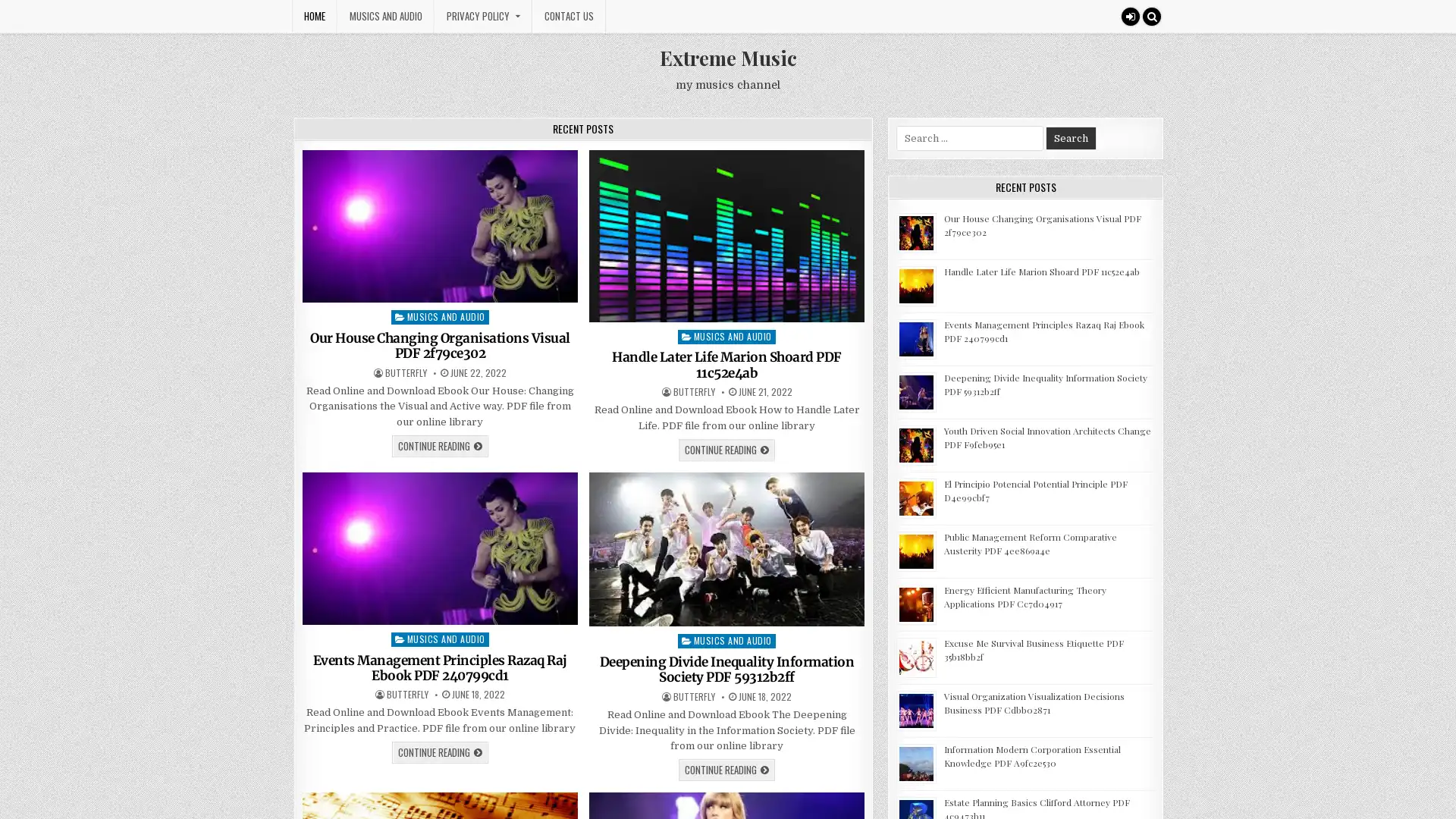 The image size is (1456, 819). Describe the element at coordinates (1070, 138) in the screenshot. I see `Search` at that location.